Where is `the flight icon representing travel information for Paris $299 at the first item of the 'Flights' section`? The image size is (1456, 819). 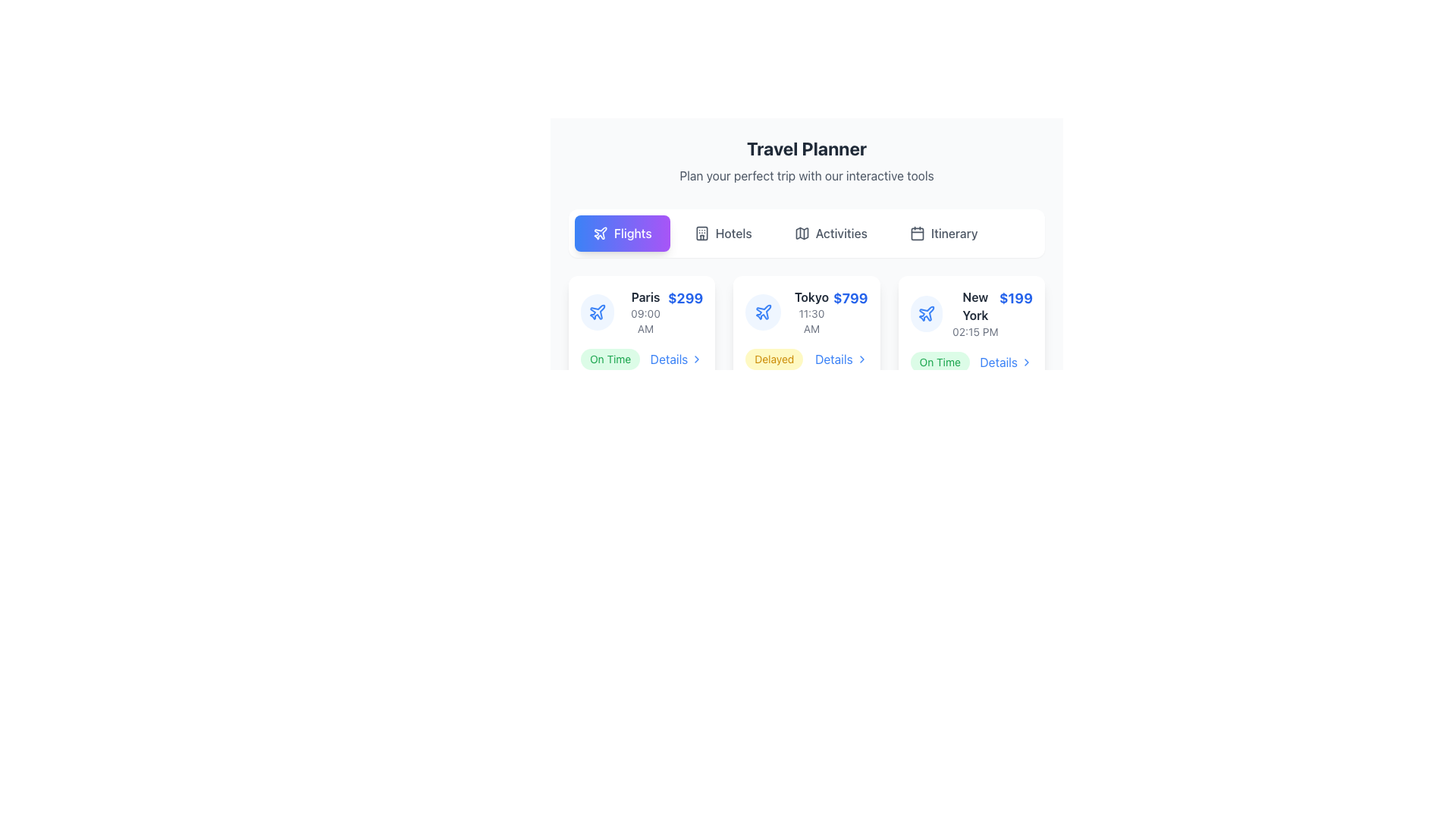
the flight icon representing travel information for Paris $299 at the first item of the 'Flights' section is located at coordinates (596, 312).